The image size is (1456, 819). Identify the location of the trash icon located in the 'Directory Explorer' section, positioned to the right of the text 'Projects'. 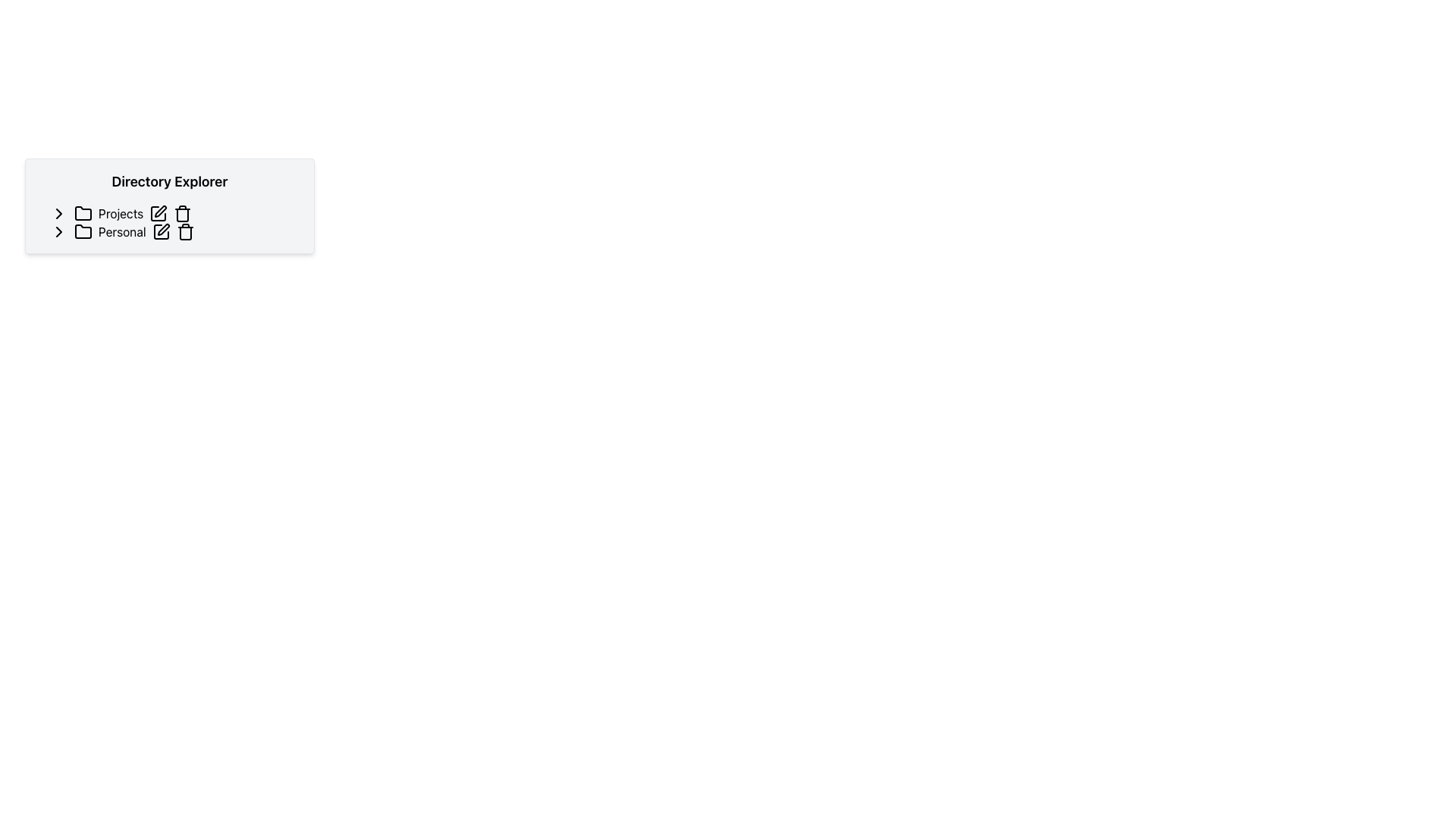
(182, 215).